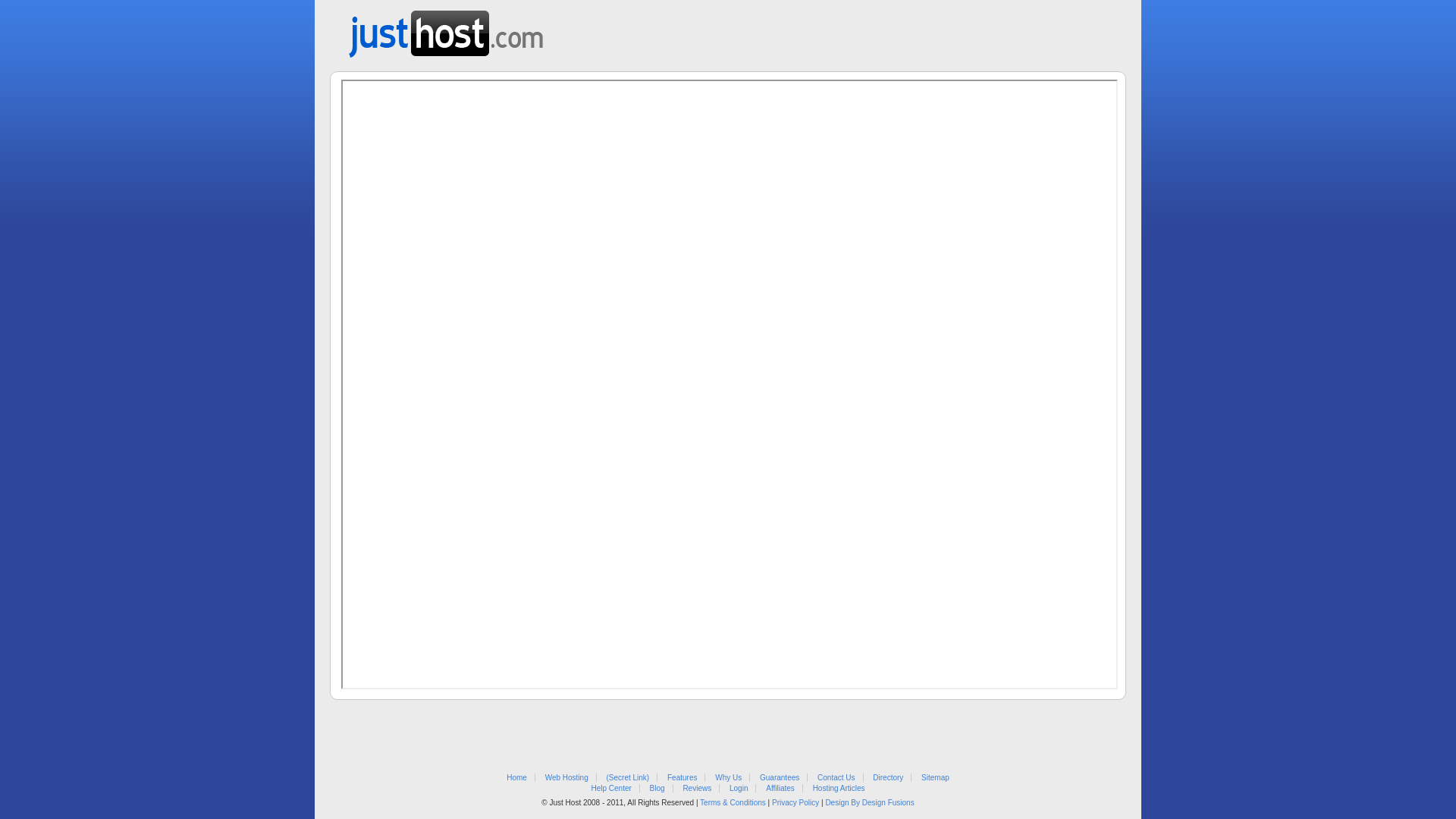 The height and width of the screenshot is (819, 1456). I want to click on 'Blog', so click(657, 787).